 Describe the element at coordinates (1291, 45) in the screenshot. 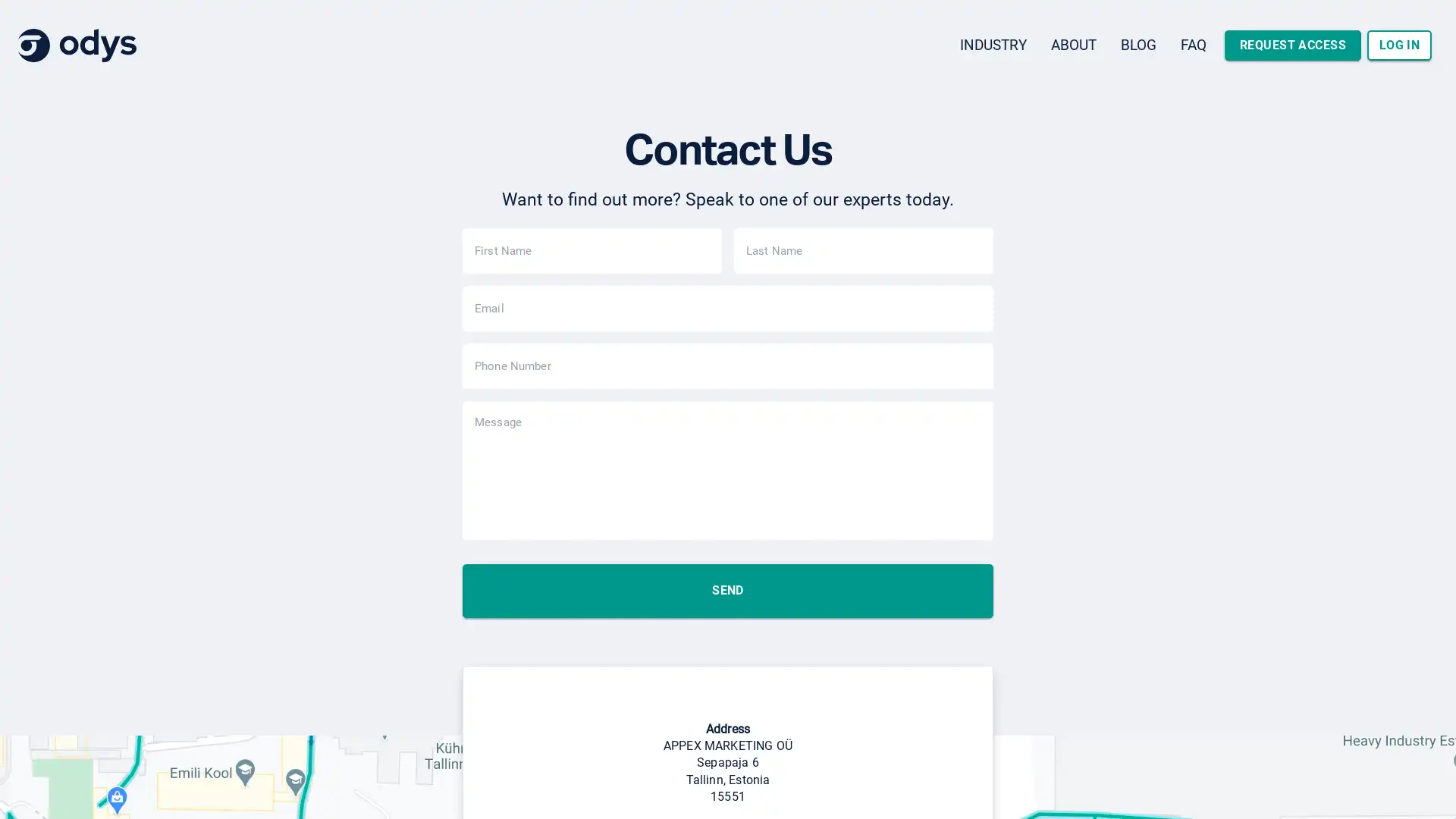

I see `REQUEST ACCESS` at that location.